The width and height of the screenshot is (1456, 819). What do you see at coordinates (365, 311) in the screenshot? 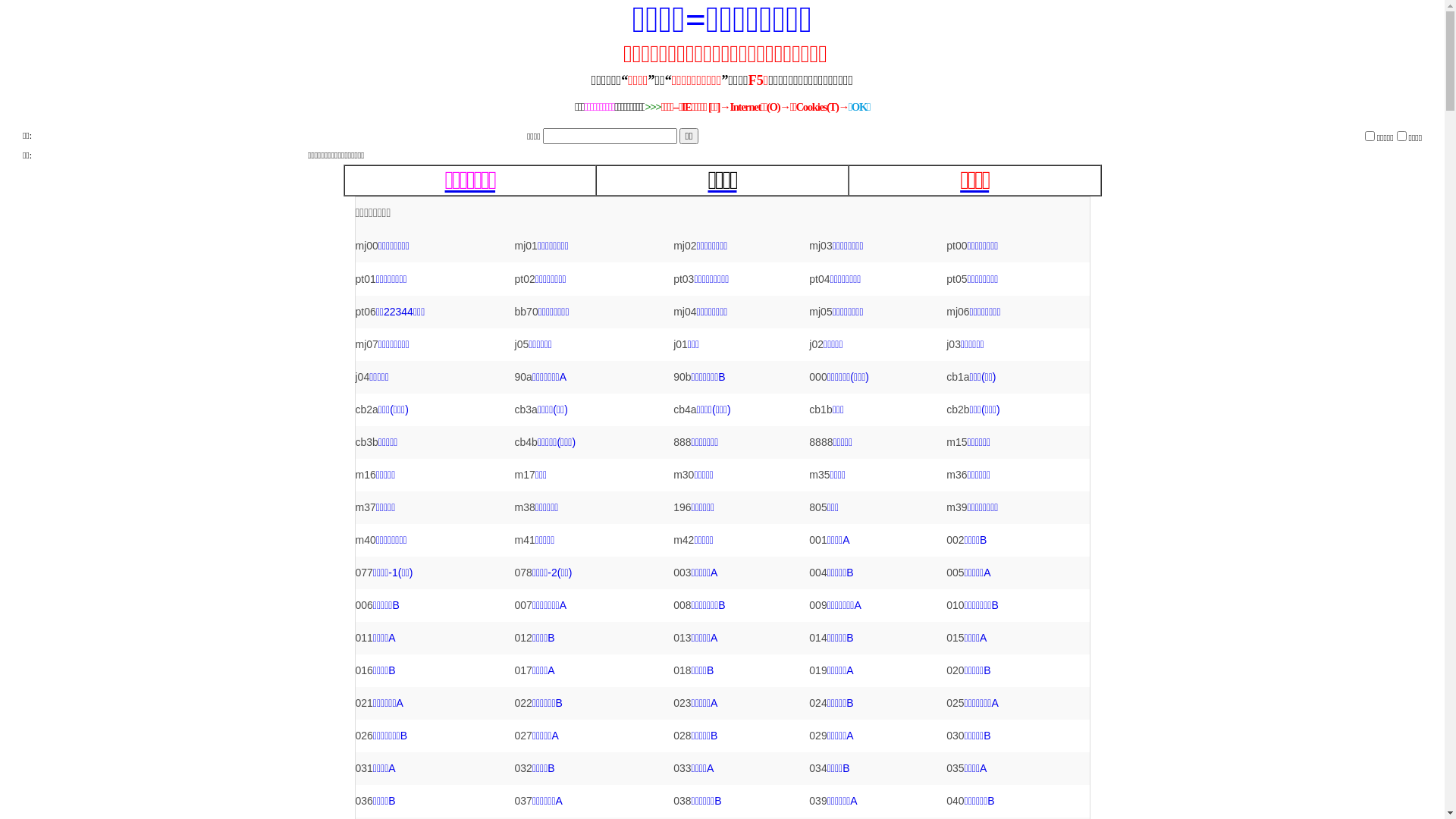
I see `'pt06'` at bounding box center [365, 311].